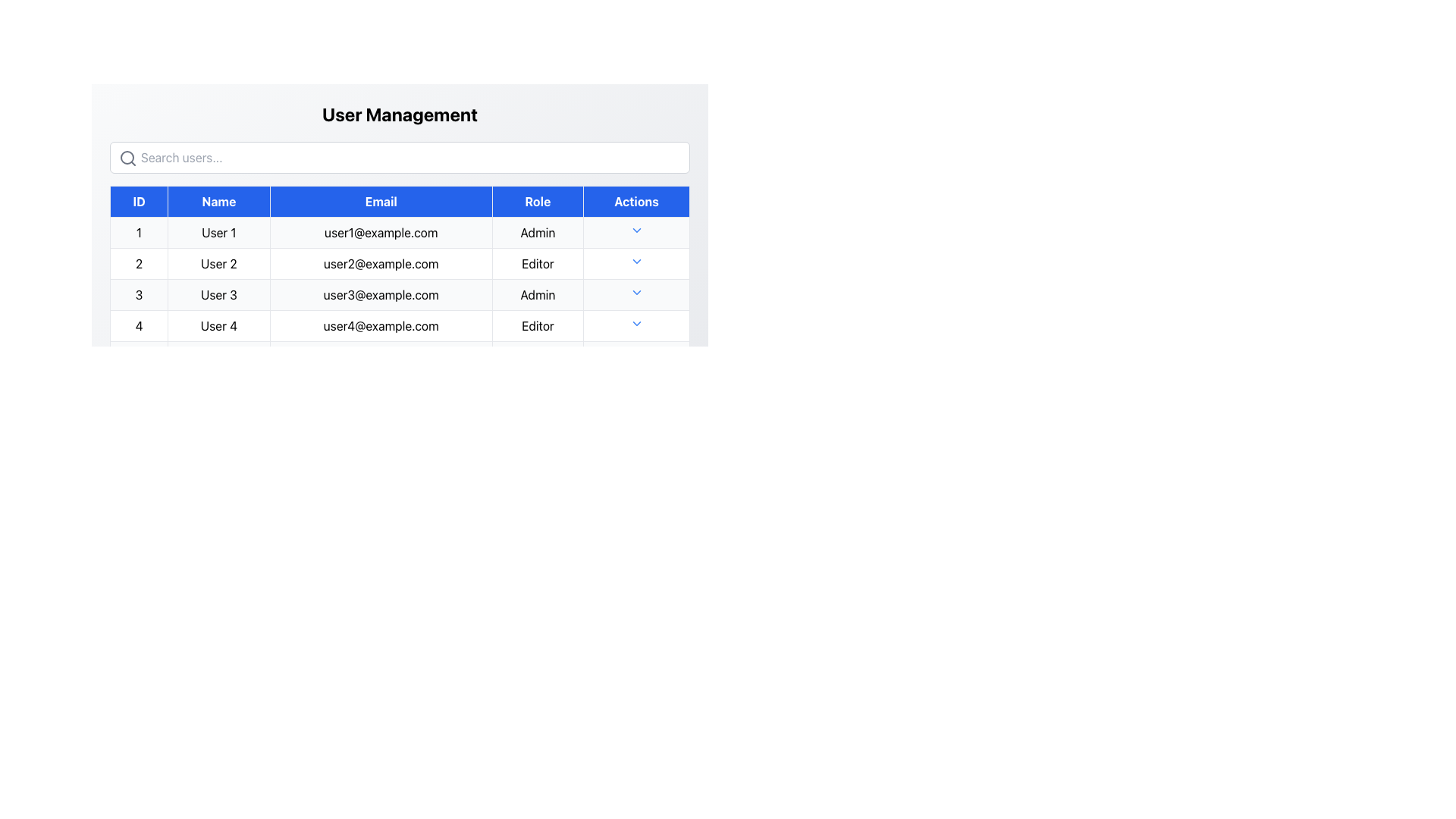 The width and height of the screenshot is (1456, 819). What do you see at coordinates (139, 233) in the screenshot?
I see `the table cell that displays the index or identification number for the first row of the table, located under the 'ID' header` at bounding box center [139, 233].